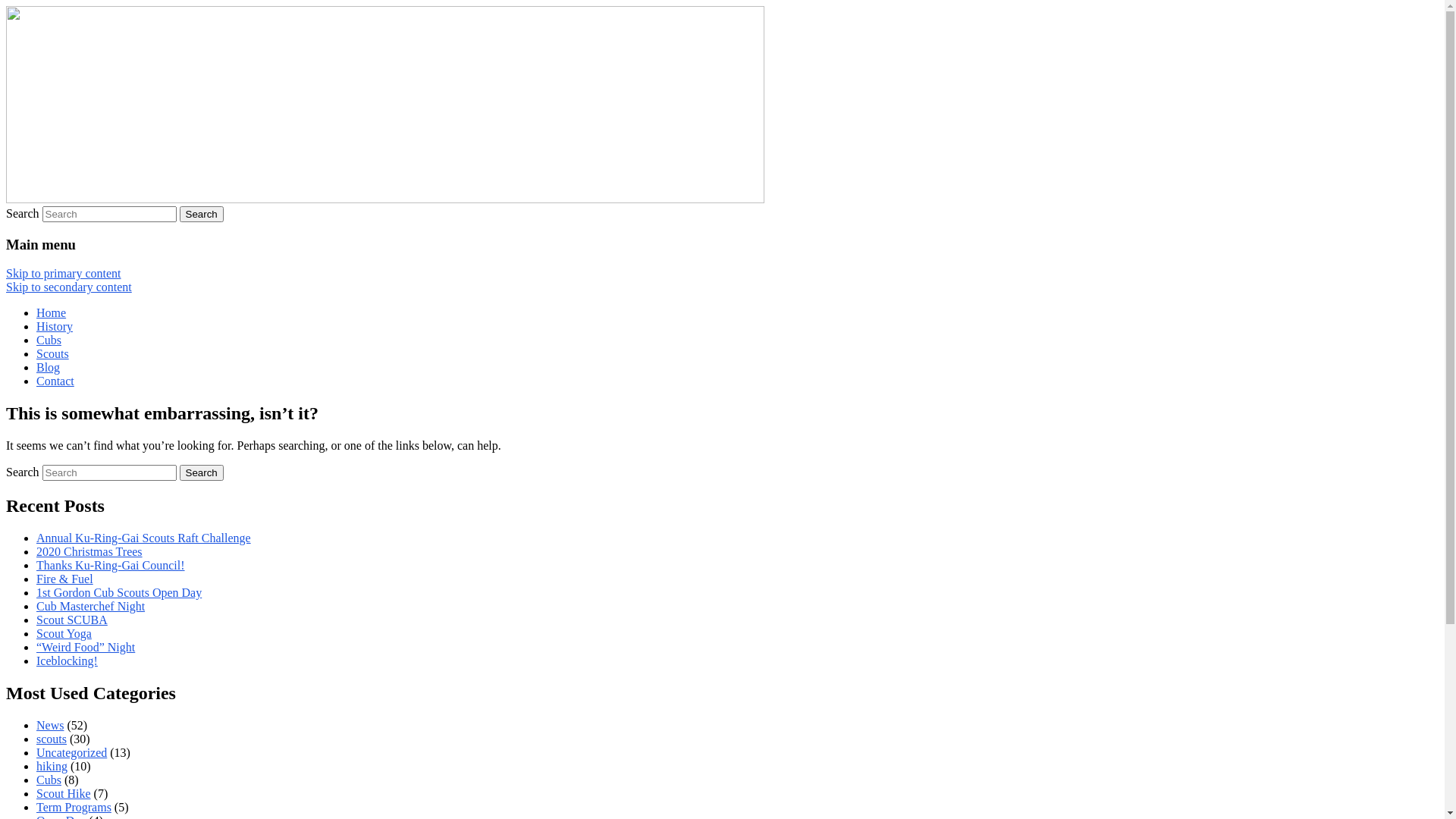  Describe the element at coordinates (36, 565) in the screenshot. I see `'Thanks Ku-Ring-Gai Council!'` at that location.